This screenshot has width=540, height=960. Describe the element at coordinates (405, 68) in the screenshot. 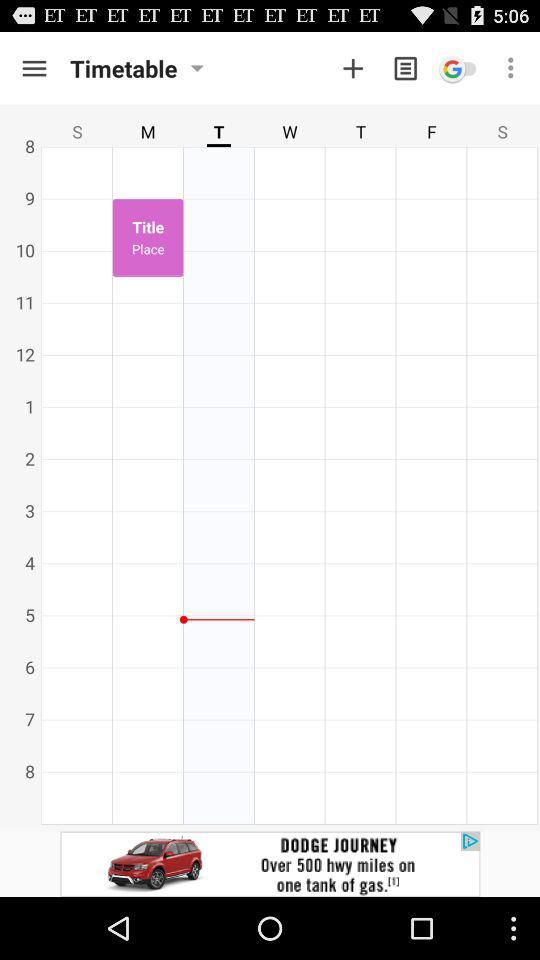

I see `the menu` at that location.